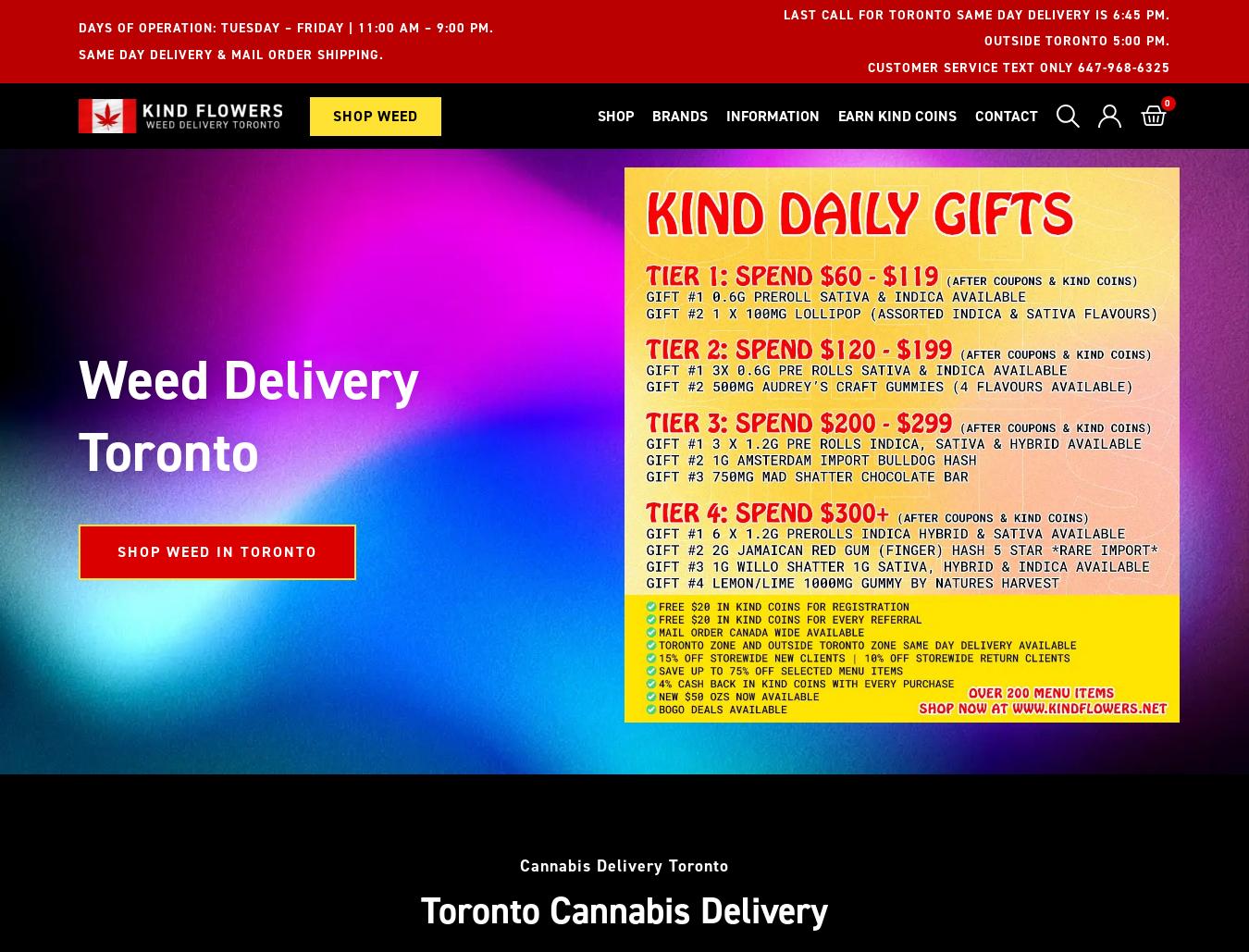 The height and width of the screenshot is (952, 1249). Describe the element at coordinates (230, 54) in the screenshot. I see `'SAME DAY DELIVERY & MAIL ORDER SHIPPING.'` at that location.